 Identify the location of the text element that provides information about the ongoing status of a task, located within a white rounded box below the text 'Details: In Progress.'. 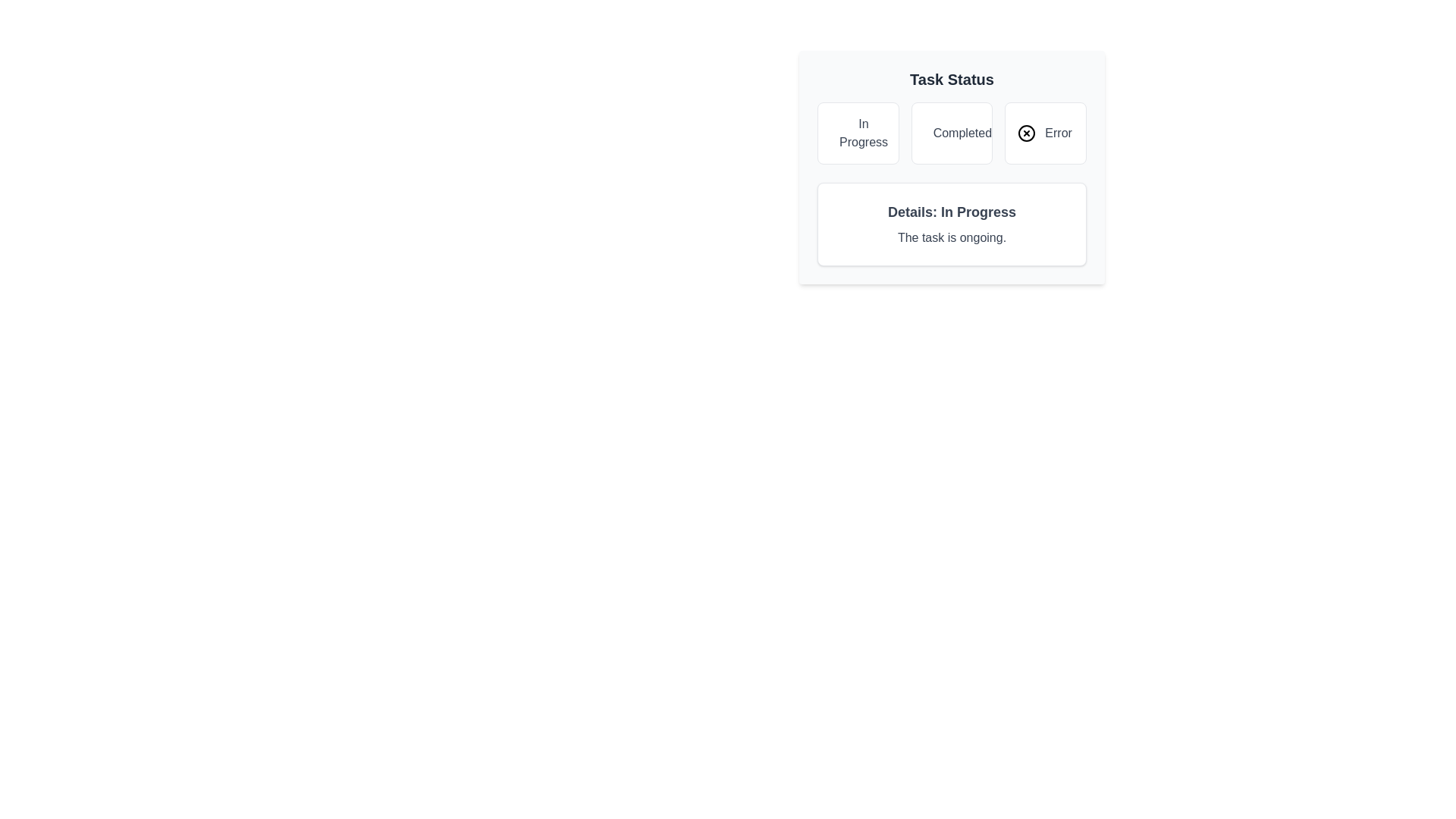
(951, 237).